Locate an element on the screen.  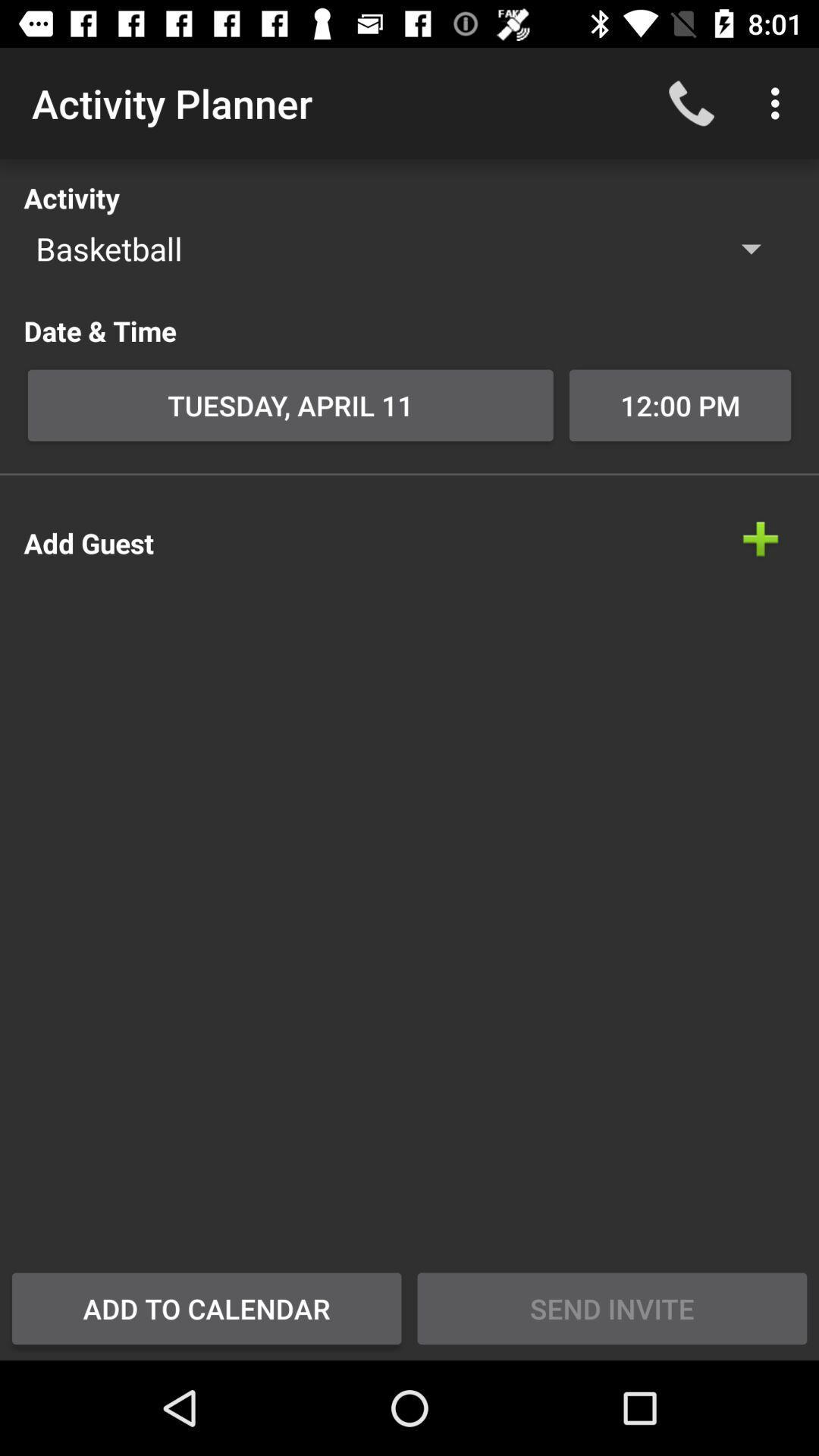
the icon above the activity item is located at coordinates (779, 102).